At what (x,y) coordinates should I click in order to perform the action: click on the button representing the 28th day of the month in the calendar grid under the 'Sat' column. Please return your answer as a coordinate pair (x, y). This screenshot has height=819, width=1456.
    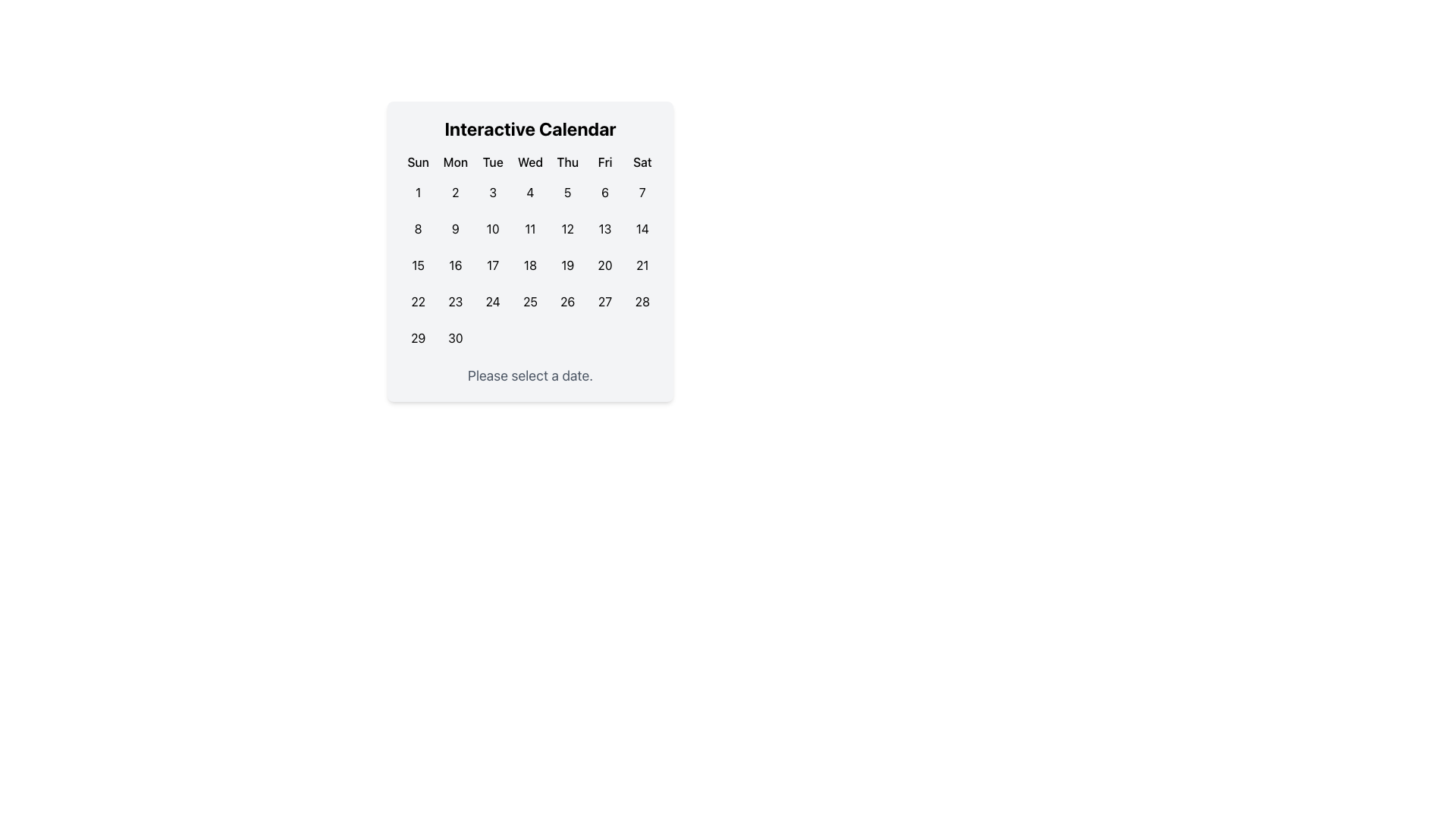
    Looking at the image, I should click on (642, 301).